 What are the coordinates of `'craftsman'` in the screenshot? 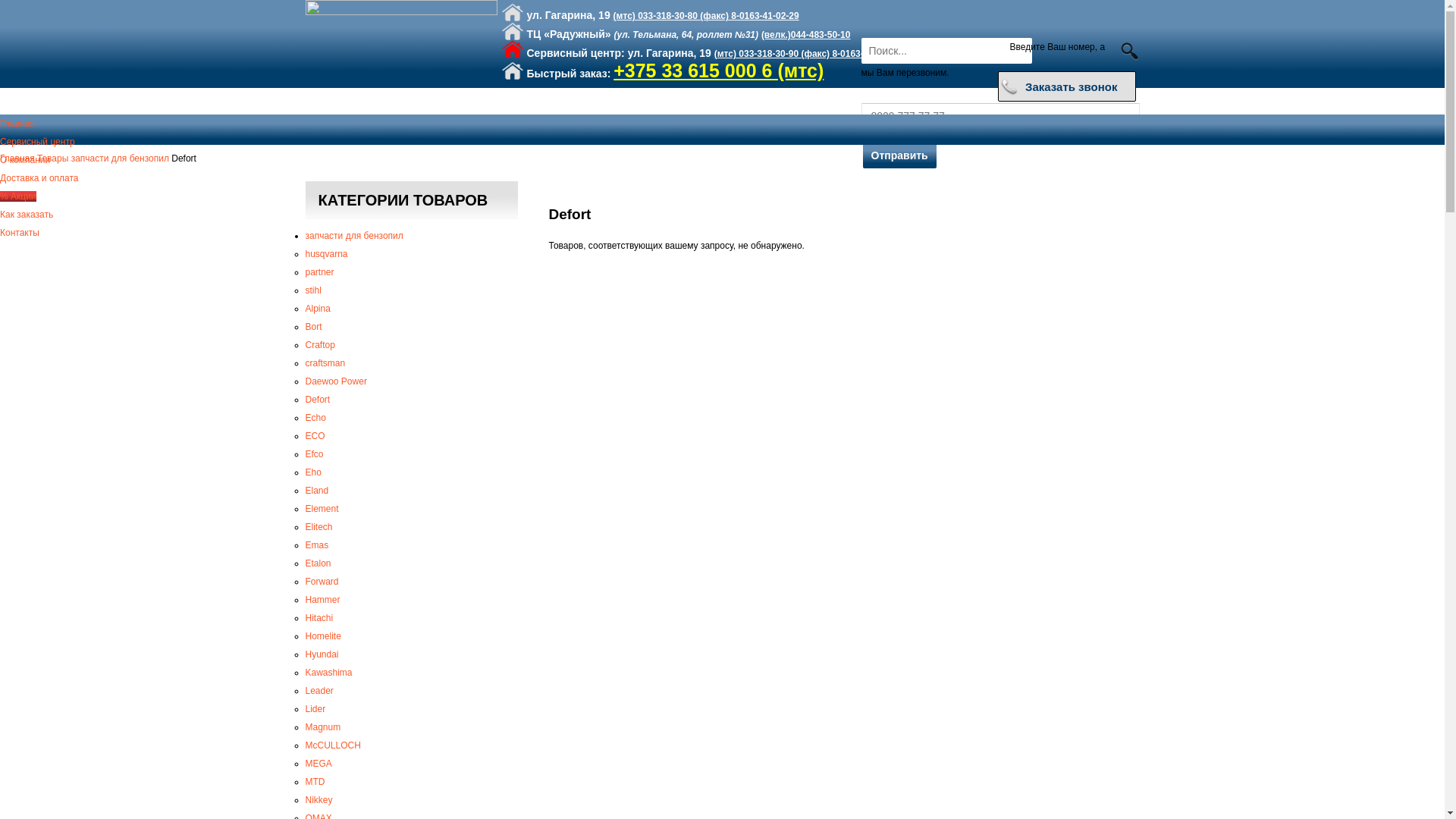 It's located at (324, 362).